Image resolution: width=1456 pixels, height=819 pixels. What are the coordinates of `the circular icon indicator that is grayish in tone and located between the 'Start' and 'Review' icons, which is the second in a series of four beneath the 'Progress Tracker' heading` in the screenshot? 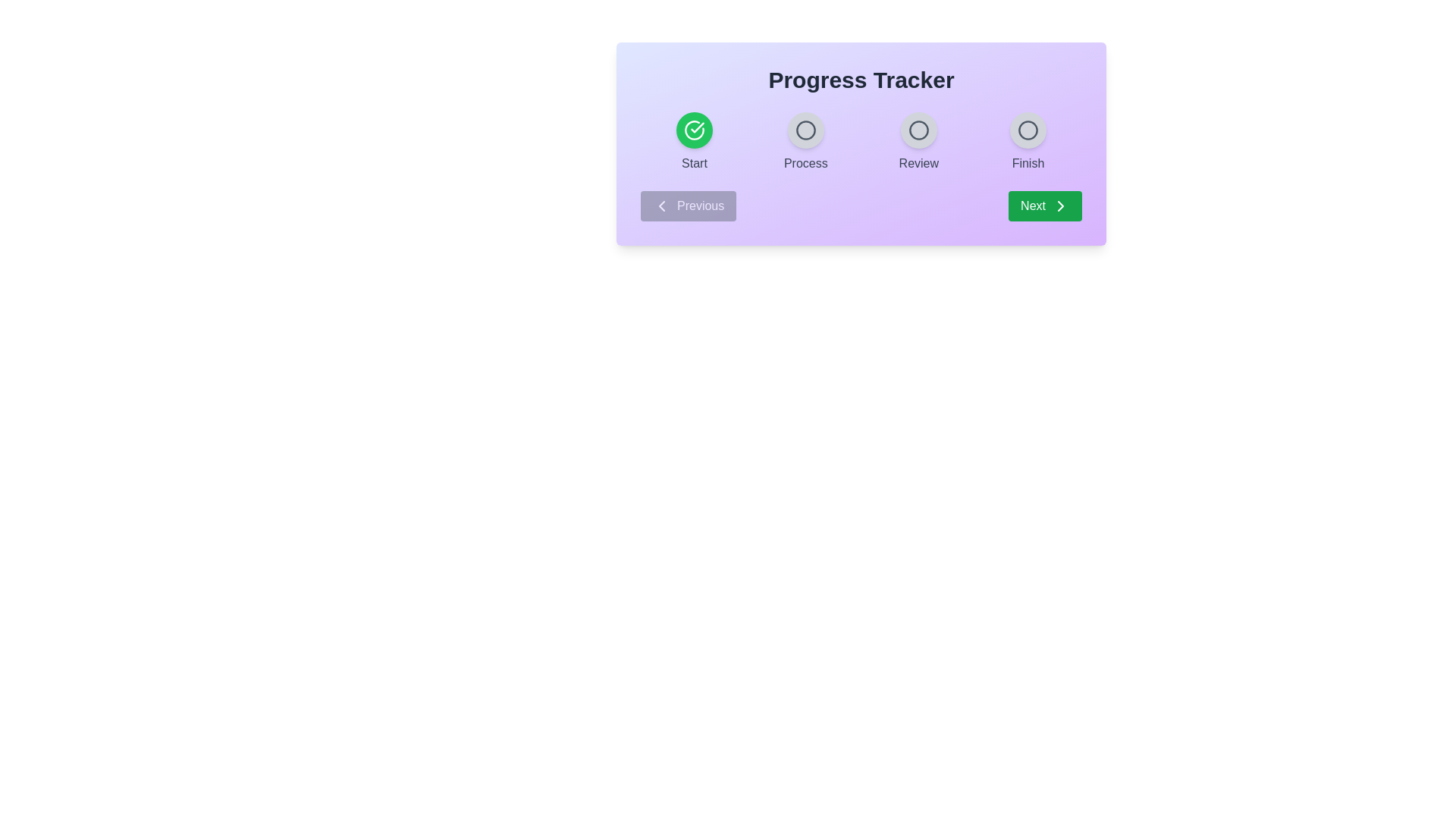 It's located at (805, 130).